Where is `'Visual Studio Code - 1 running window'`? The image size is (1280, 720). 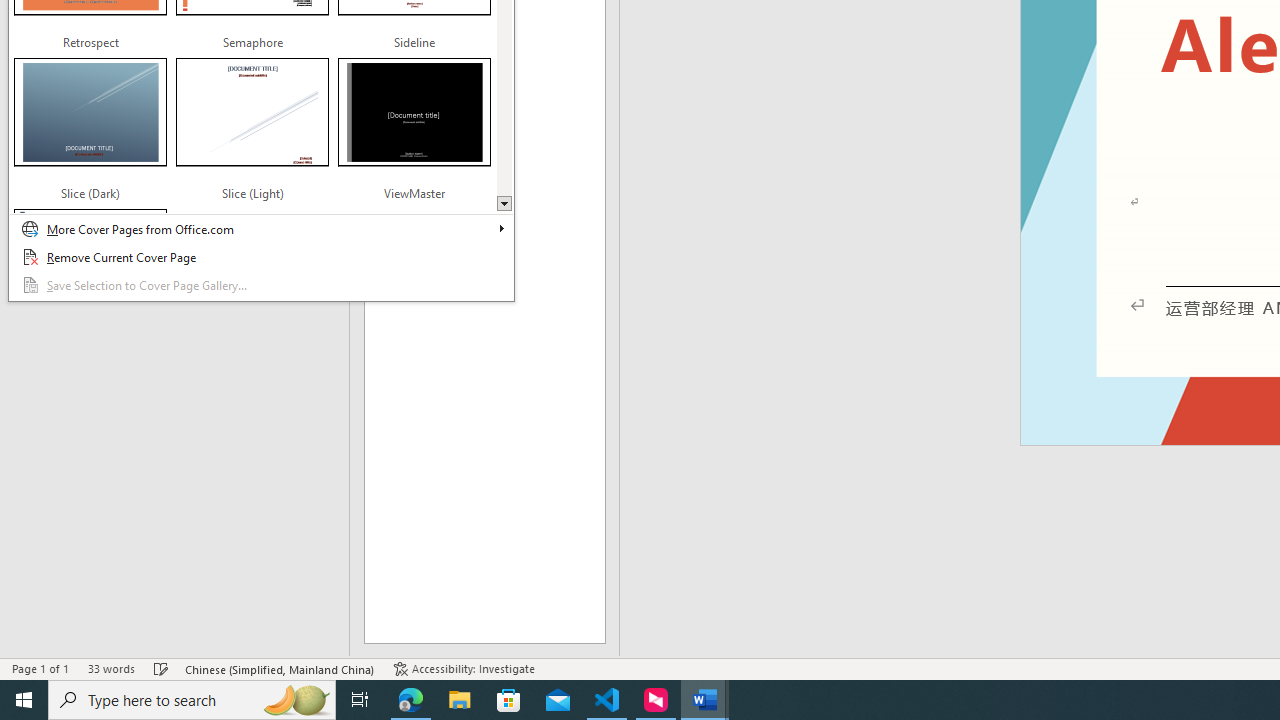 'Visual Studio Code - 1 running window' is located at coordinates (606, 698).